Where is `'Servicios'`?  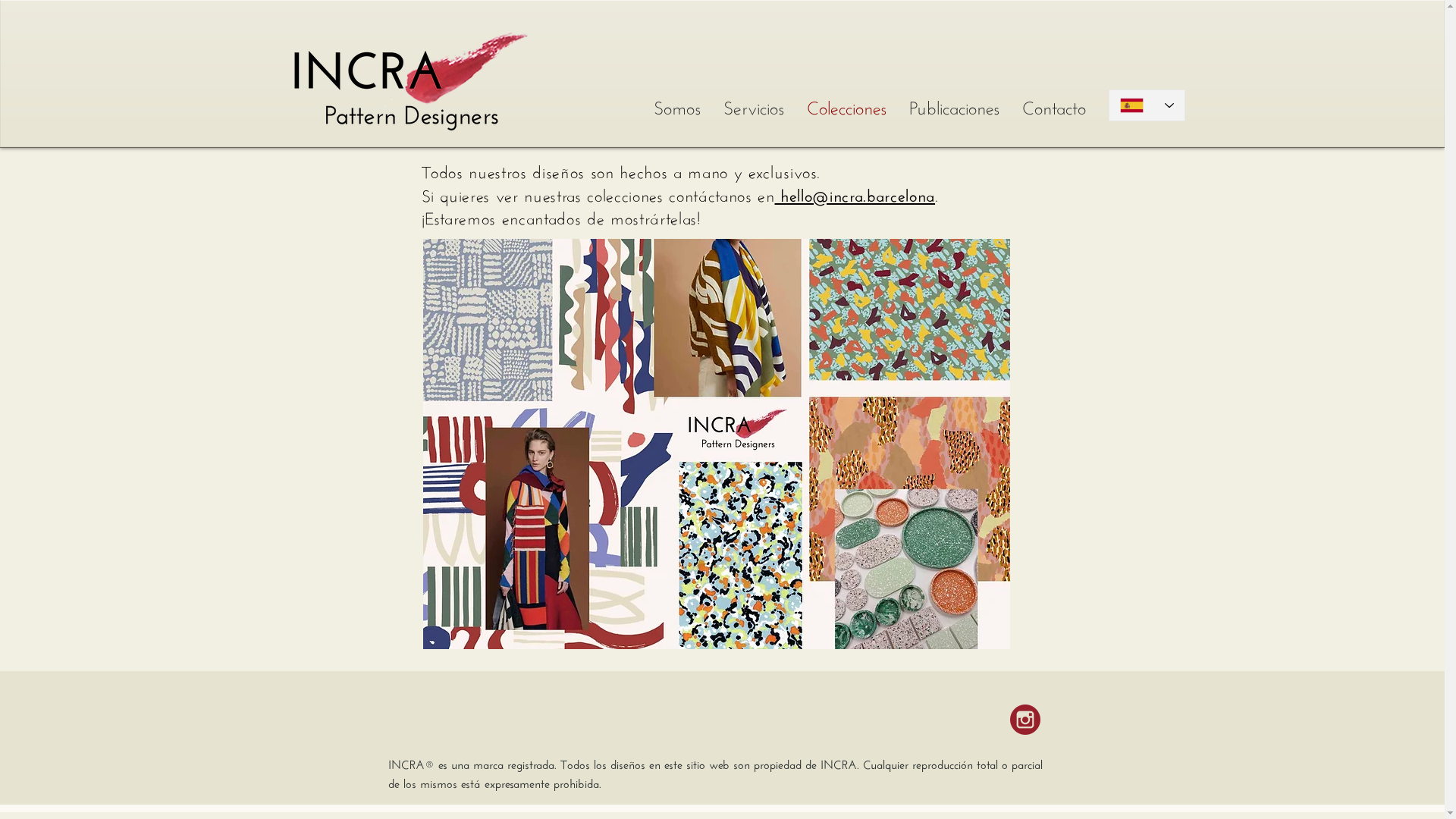 'Servicios' is located at coordinates (753, 104).